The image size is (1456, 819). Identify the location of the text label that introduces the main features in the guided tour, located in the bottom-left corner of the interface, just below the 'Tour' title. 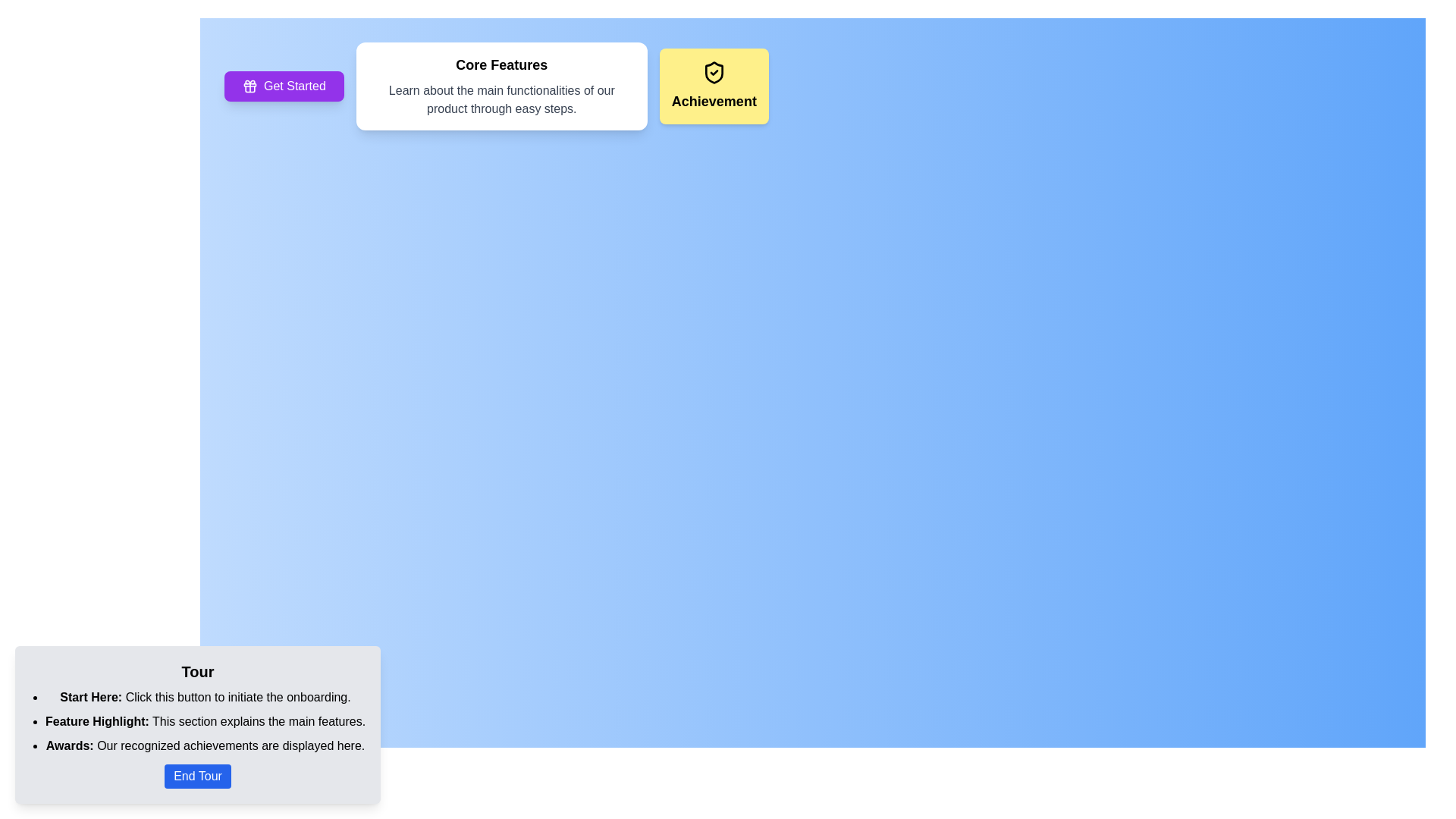
(96, 720).